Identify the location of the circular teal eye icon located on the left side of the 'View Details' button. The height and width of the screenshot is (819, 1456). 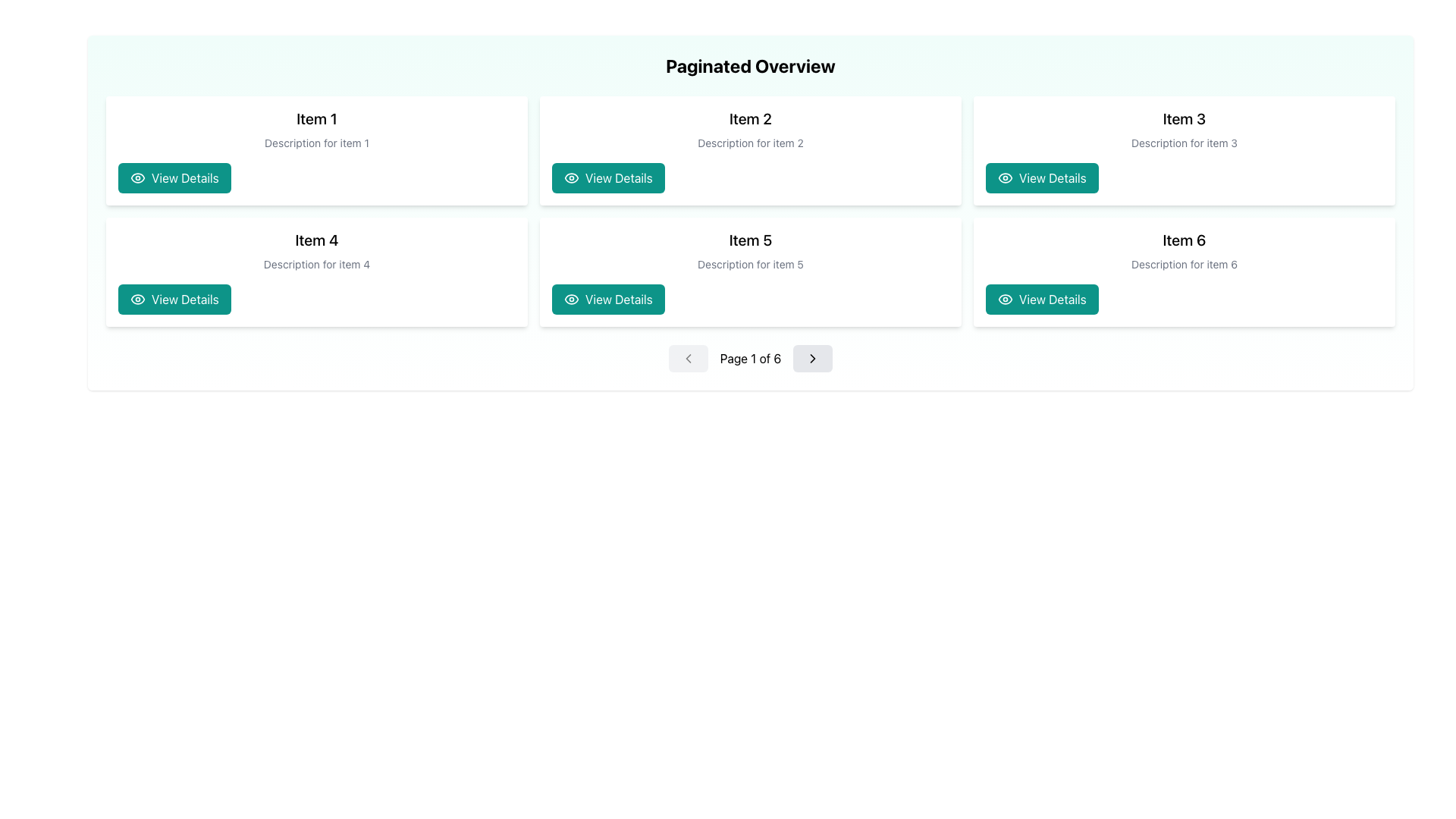
(138, 177).